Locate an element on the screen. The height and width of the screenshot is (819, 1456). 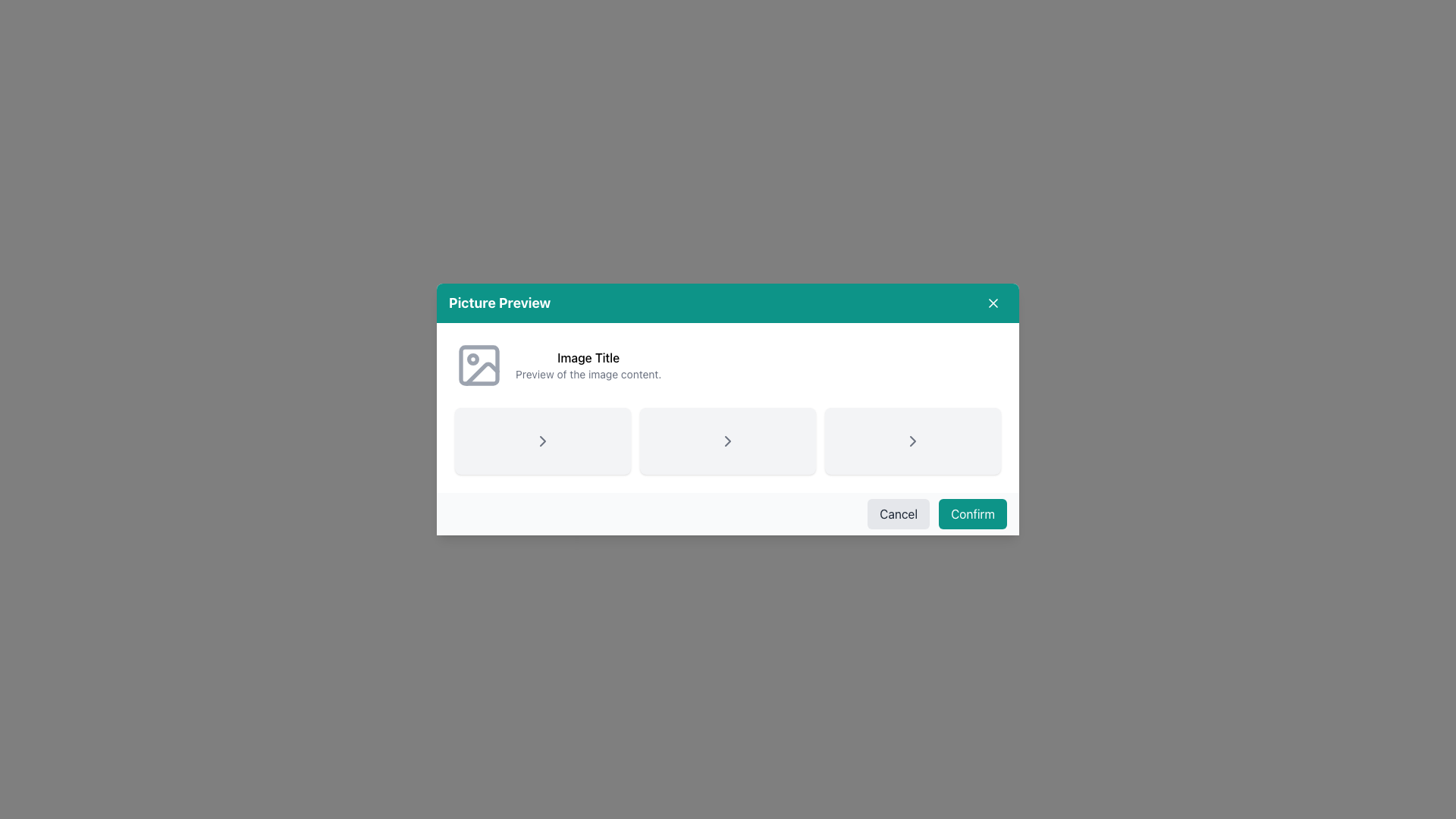
the arrow button in the modal dialog is located at coordinates (728, 409).